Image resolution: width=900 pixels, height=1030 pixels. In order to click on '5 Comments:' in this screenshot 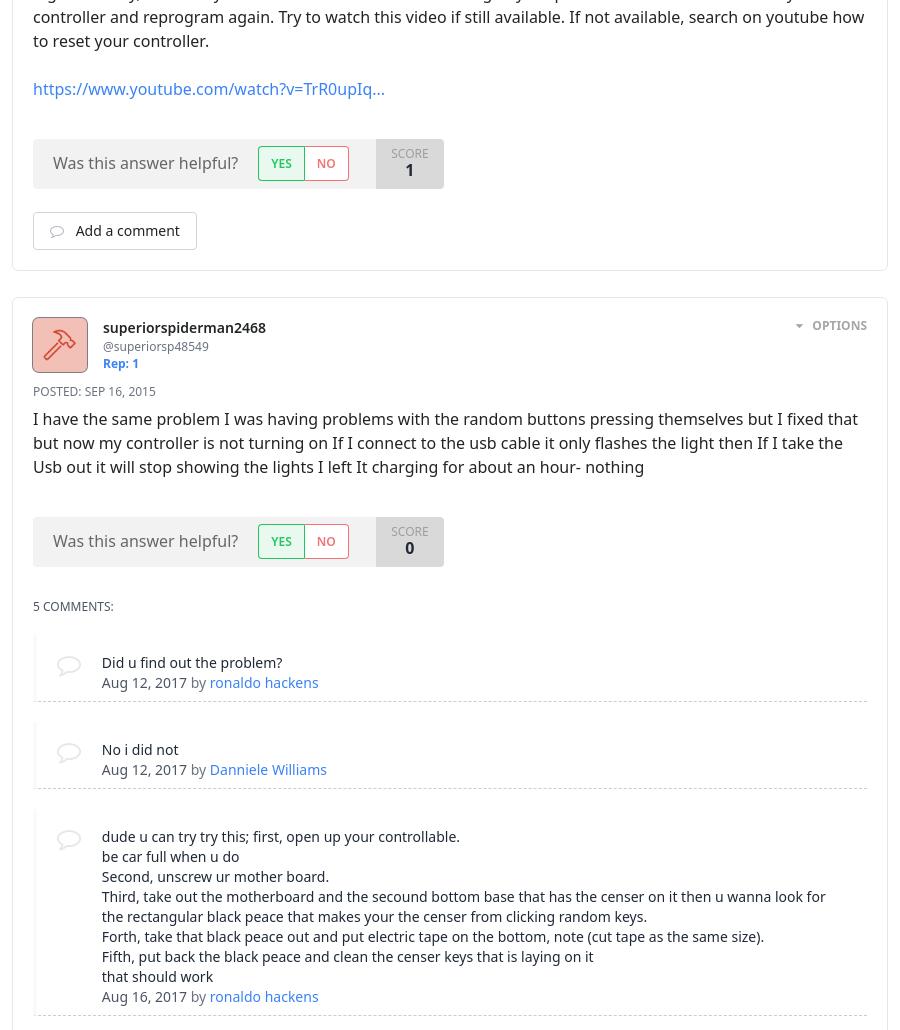, I will do `click(32, 604)`.